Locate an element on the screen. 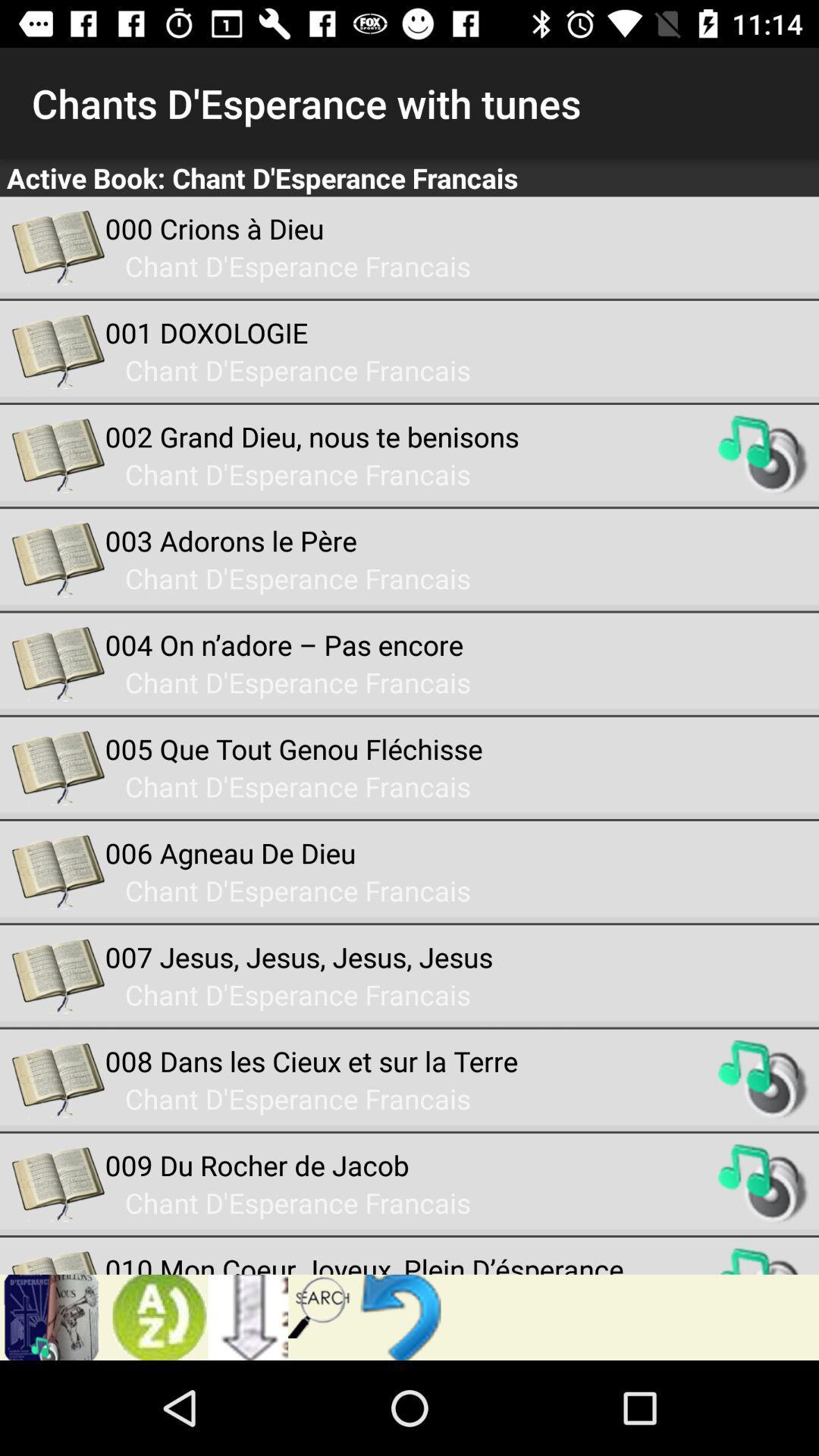 This screenshot has width=819, height=1456. the undo icon is located at coordinates (403, 1316).